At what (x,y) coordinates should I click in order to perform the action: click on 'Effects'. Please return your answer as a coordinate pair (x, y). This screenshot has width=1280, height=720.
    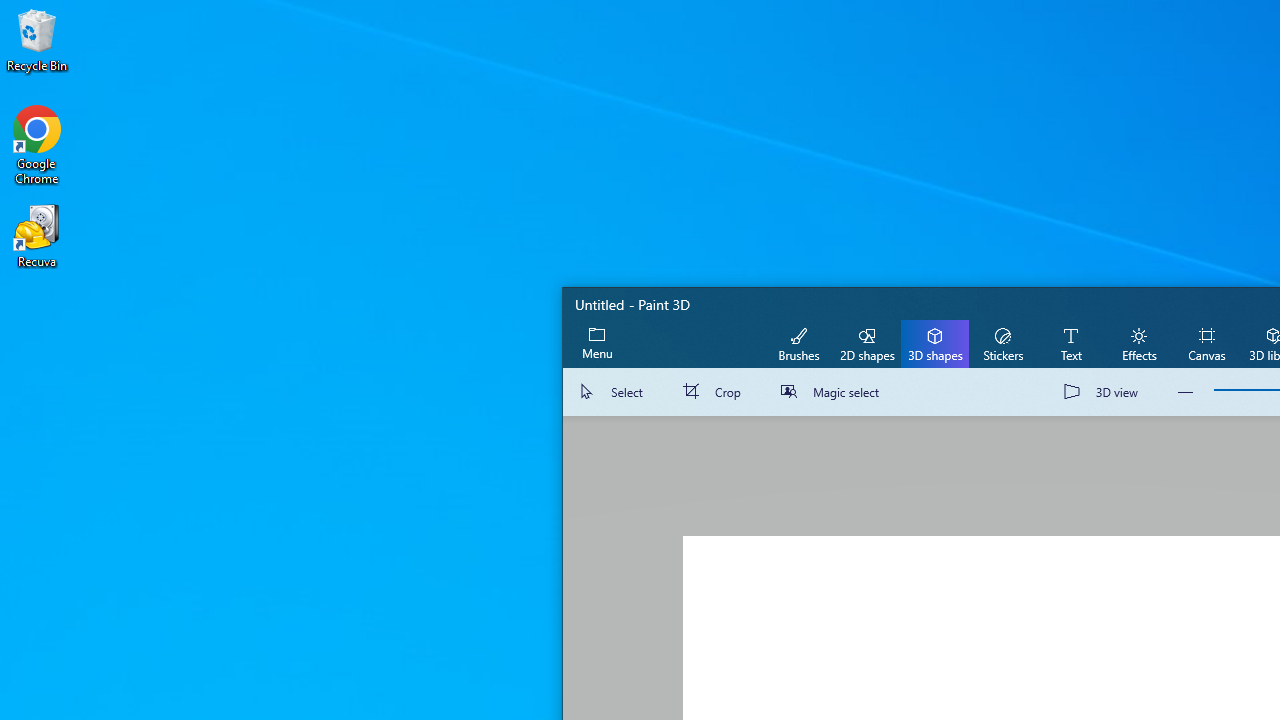
    Looking at the image, I should click on (1138, 342).